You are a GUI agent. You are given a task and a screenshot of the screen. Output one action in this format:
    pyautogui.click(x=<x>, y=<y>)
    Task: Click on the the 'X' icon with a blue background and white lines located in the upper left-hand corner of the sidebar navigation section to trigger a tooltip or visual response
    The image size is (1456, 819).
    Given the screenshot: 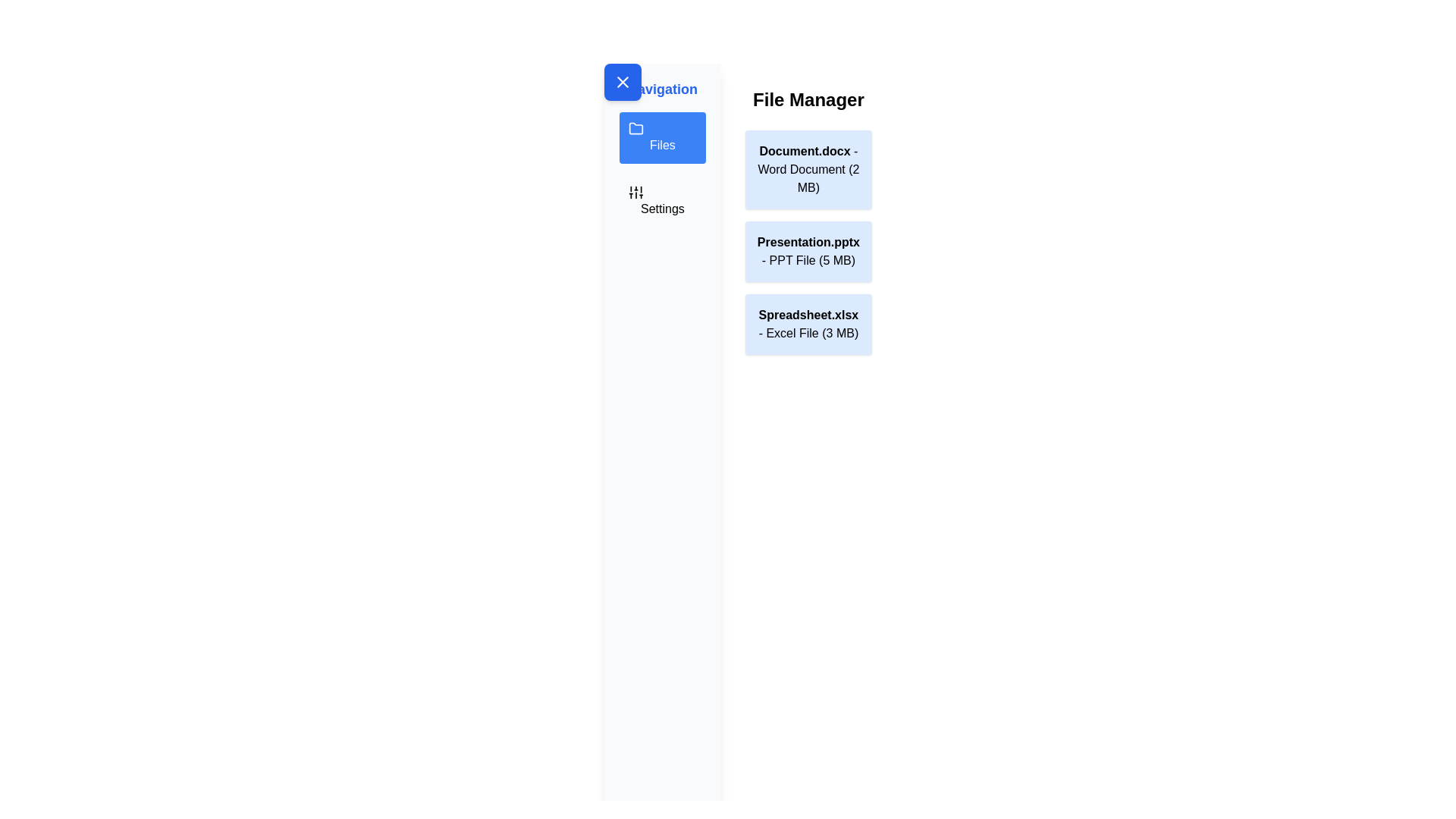 What is the action you would take?
    pyautogui.click(x=623, y=82)
    